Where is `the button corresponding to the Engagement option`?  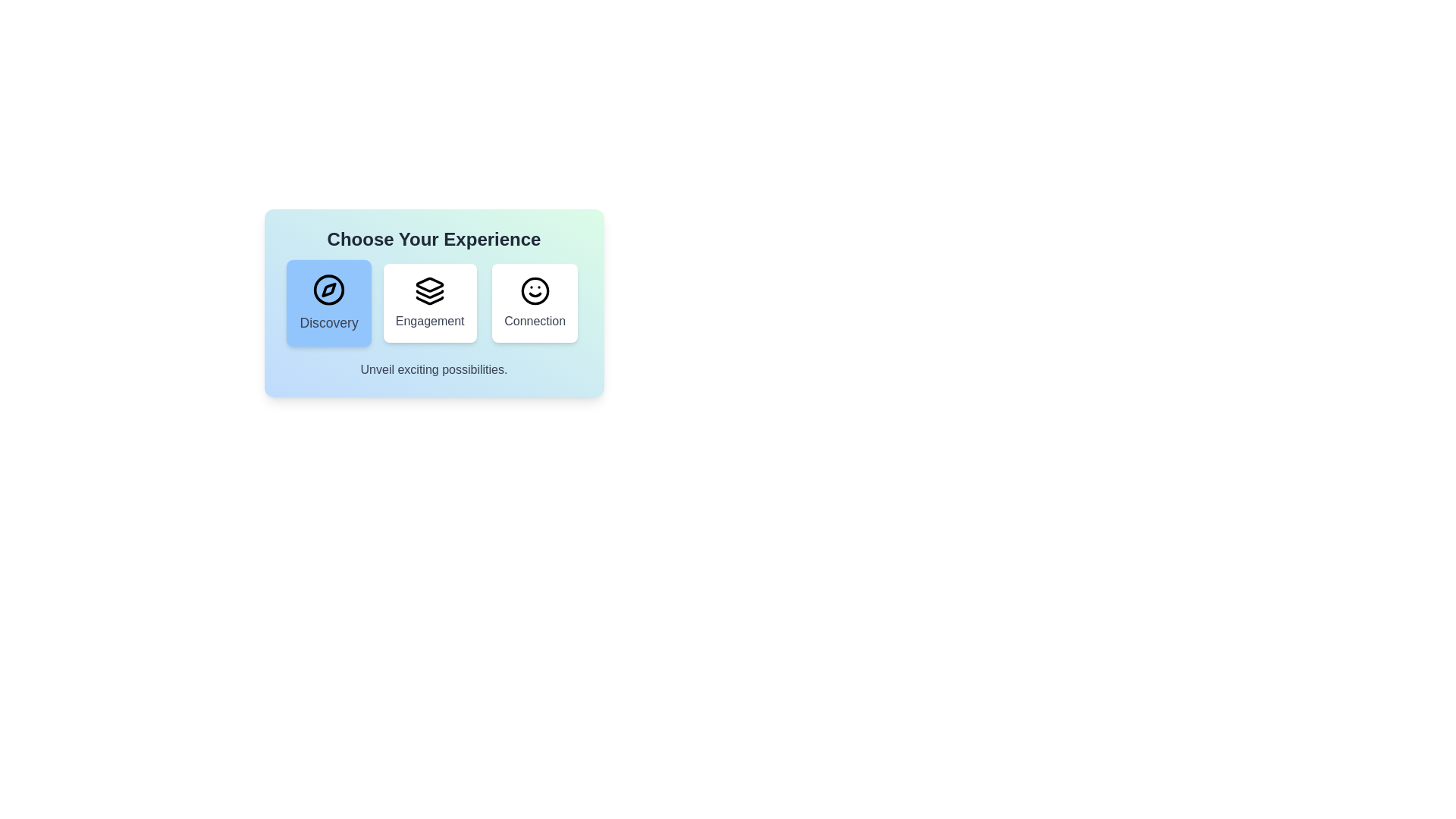
the button corresponding to the Engagement option is located at coordinates (429, 303).